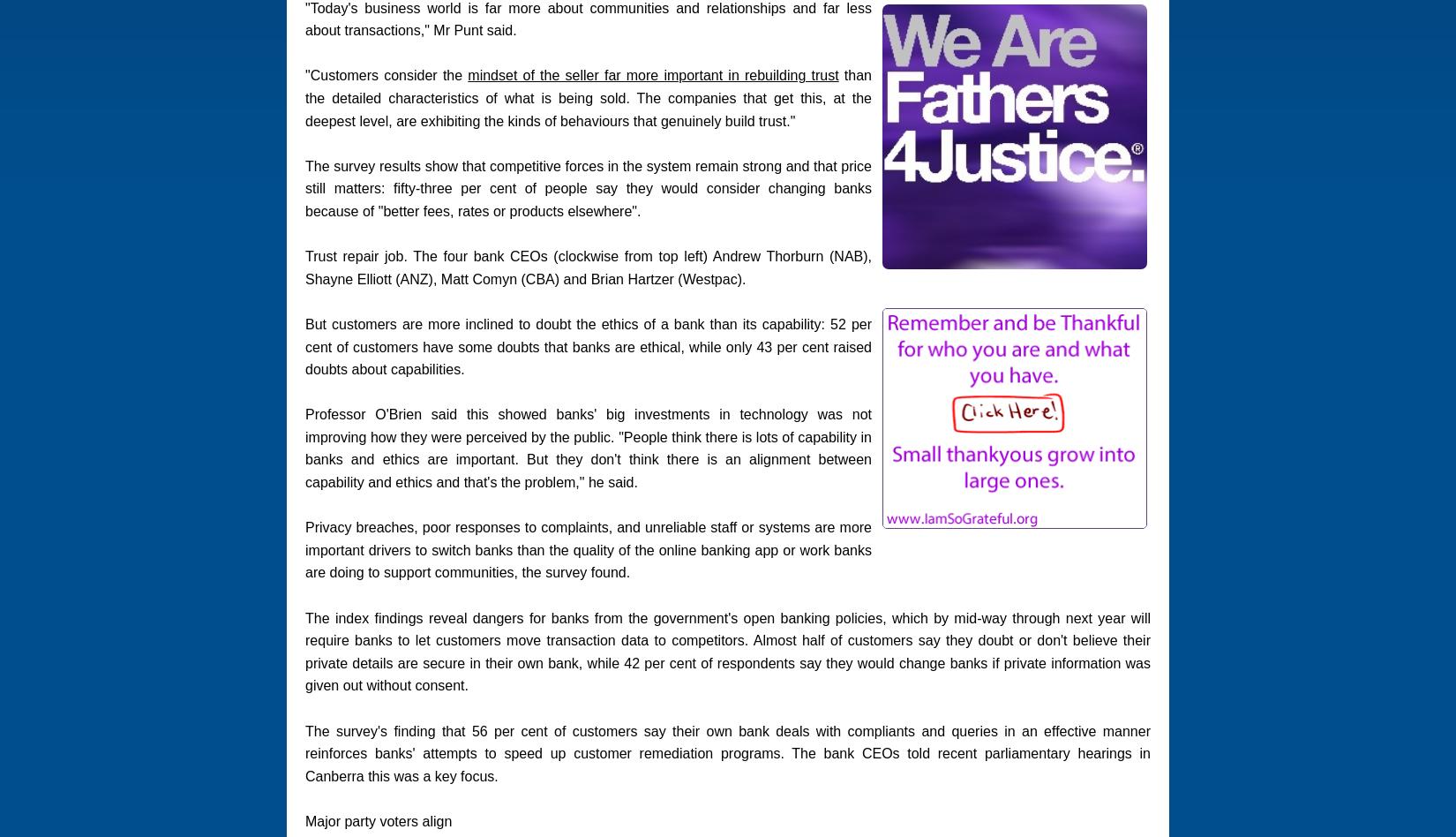 The height and width of the screenshot is (837, 1456). What do you see at coordinates (587, 345) in the screenshot?
I see `'But customers are more inclined to doubt the ethics of a bank than its capability: 52 per cent of customers have some doubts that banks are ethical, while only 43 per cent raised doubts about capabilities.'` at bounding box center [587, 345].